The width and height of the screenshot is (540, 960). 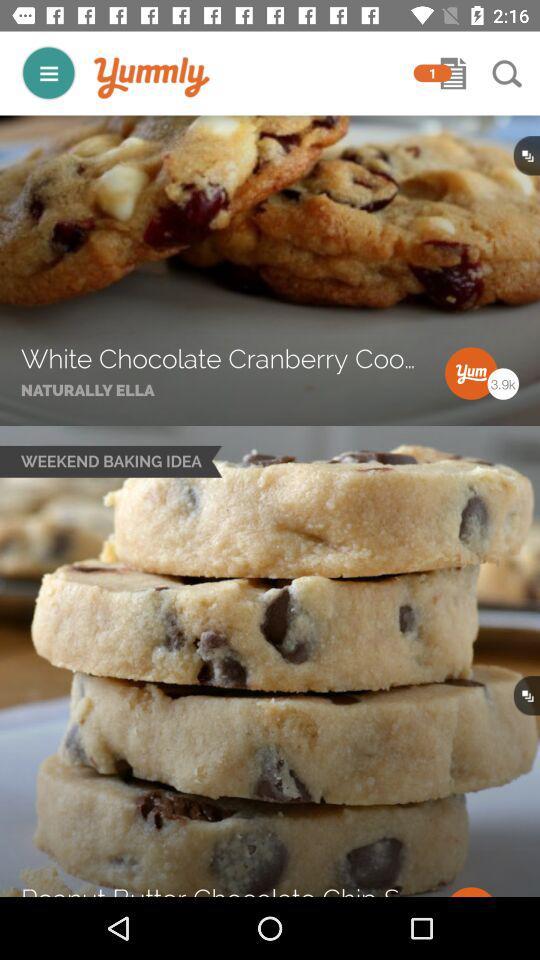 I want to click on item to the left of  1, so click(x=151, y=78).